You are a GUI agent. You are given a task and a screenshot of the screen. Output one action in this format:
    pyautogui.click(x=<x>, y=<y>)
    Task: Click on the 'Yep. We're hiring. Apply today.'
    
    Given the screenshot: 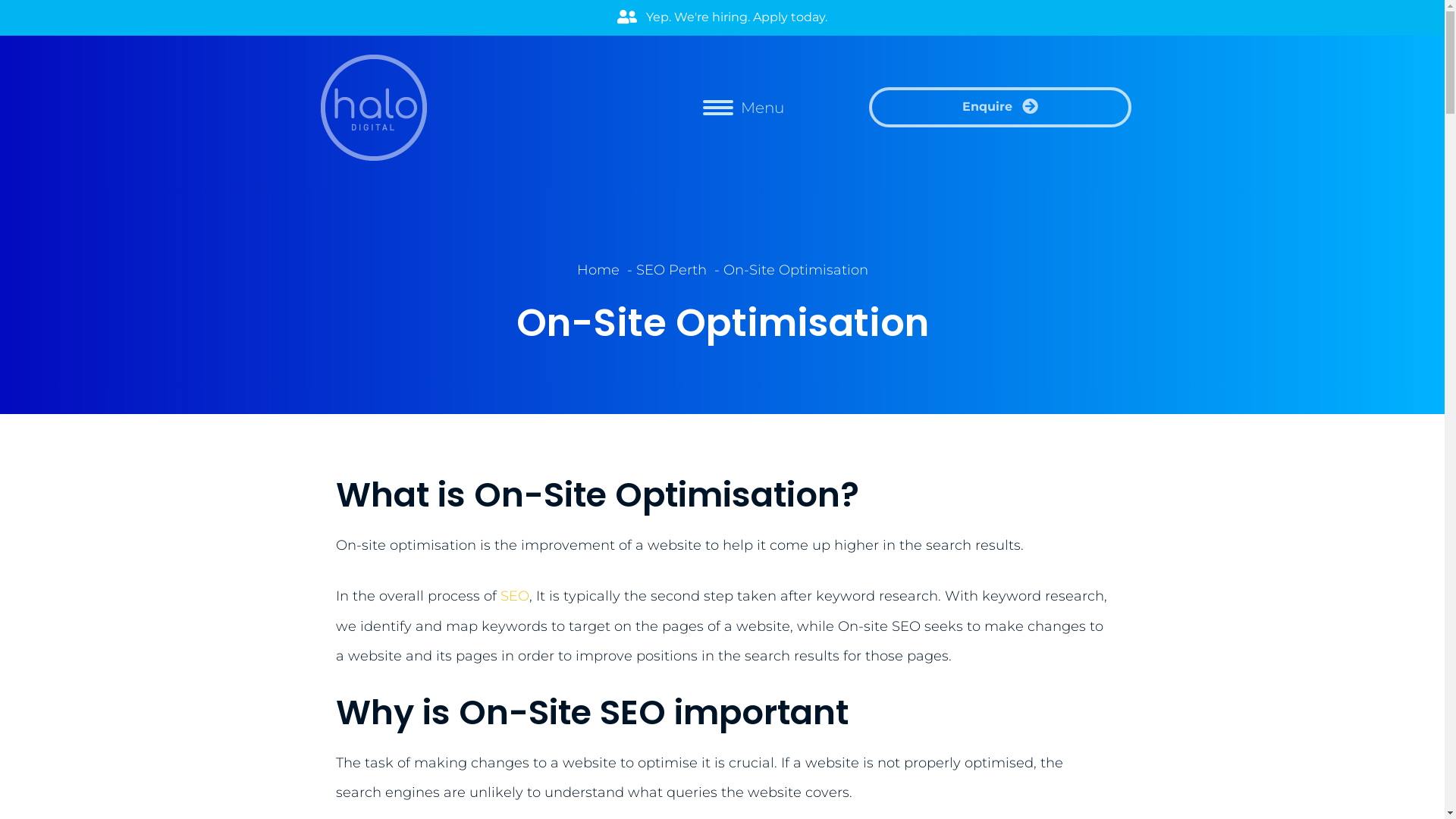 What is the action you would take?
    pyautogui.click(x=721, y=17)
    